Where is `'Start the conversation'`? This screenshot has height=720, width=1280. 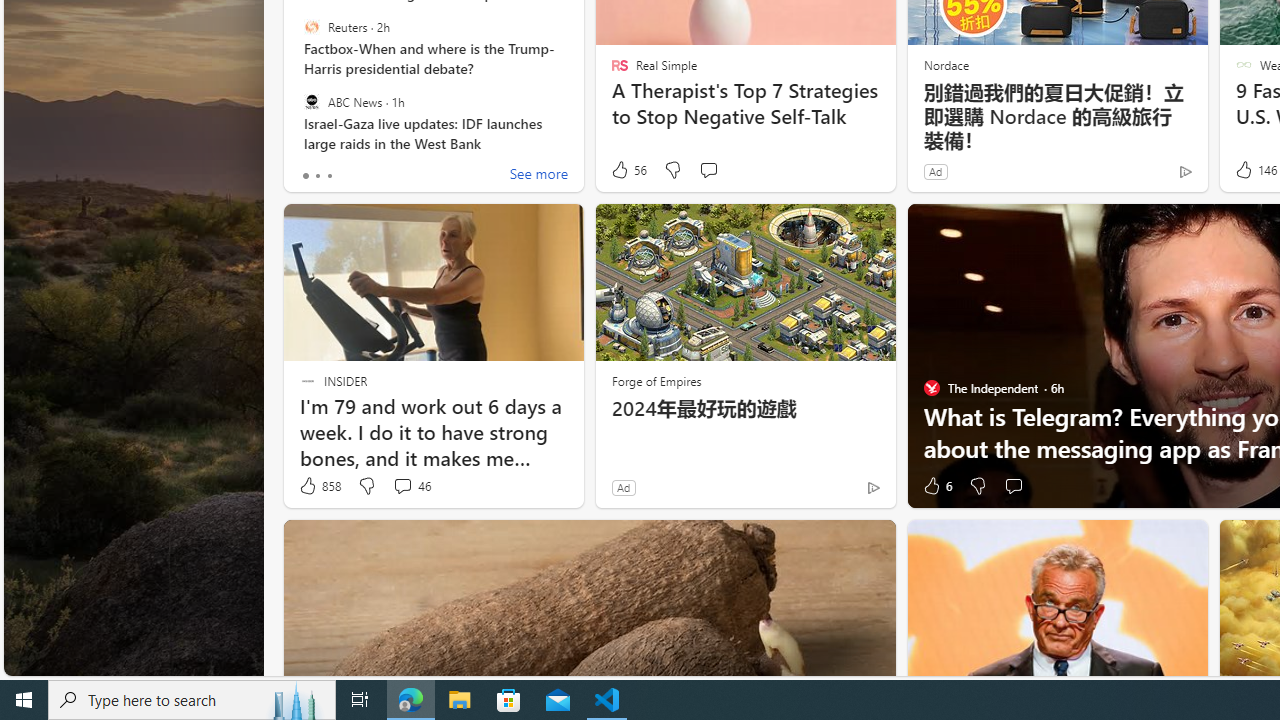
'Start the conversation' is located at coordinates (1013, 486).